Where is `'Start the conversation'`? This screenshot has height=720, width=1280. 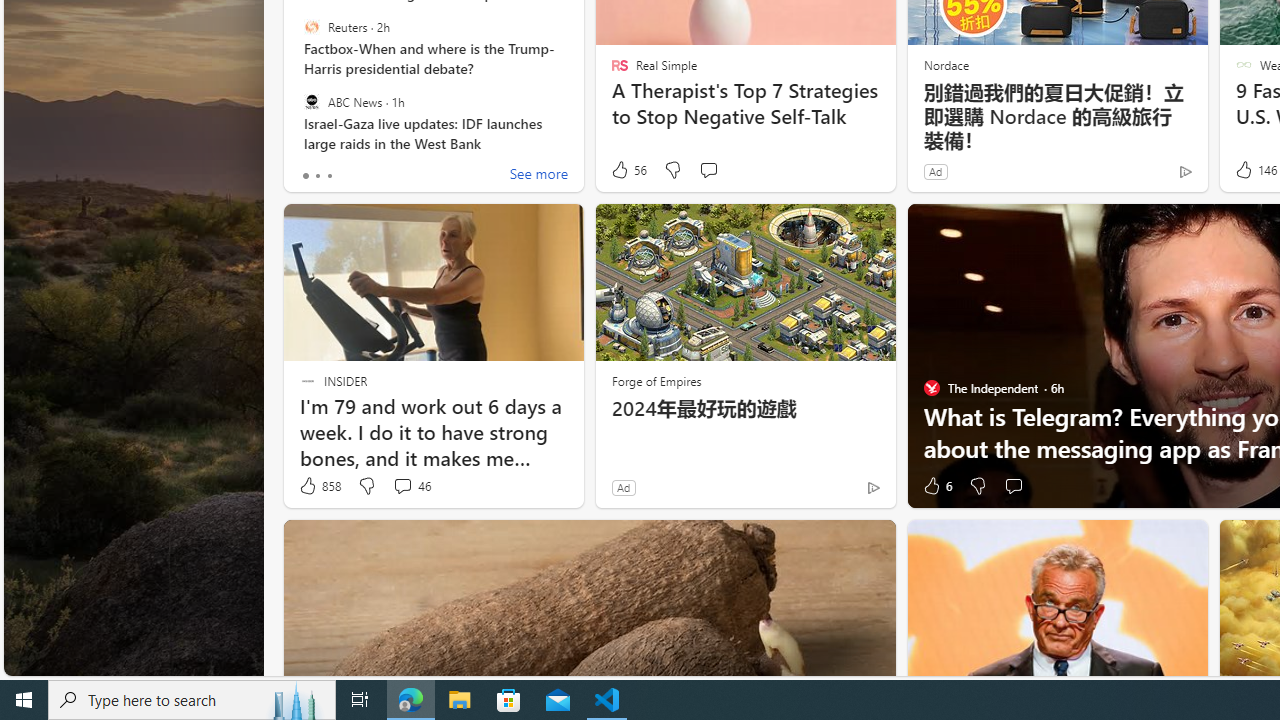
'Start the conversation' is located at coordinates (1013, 486).